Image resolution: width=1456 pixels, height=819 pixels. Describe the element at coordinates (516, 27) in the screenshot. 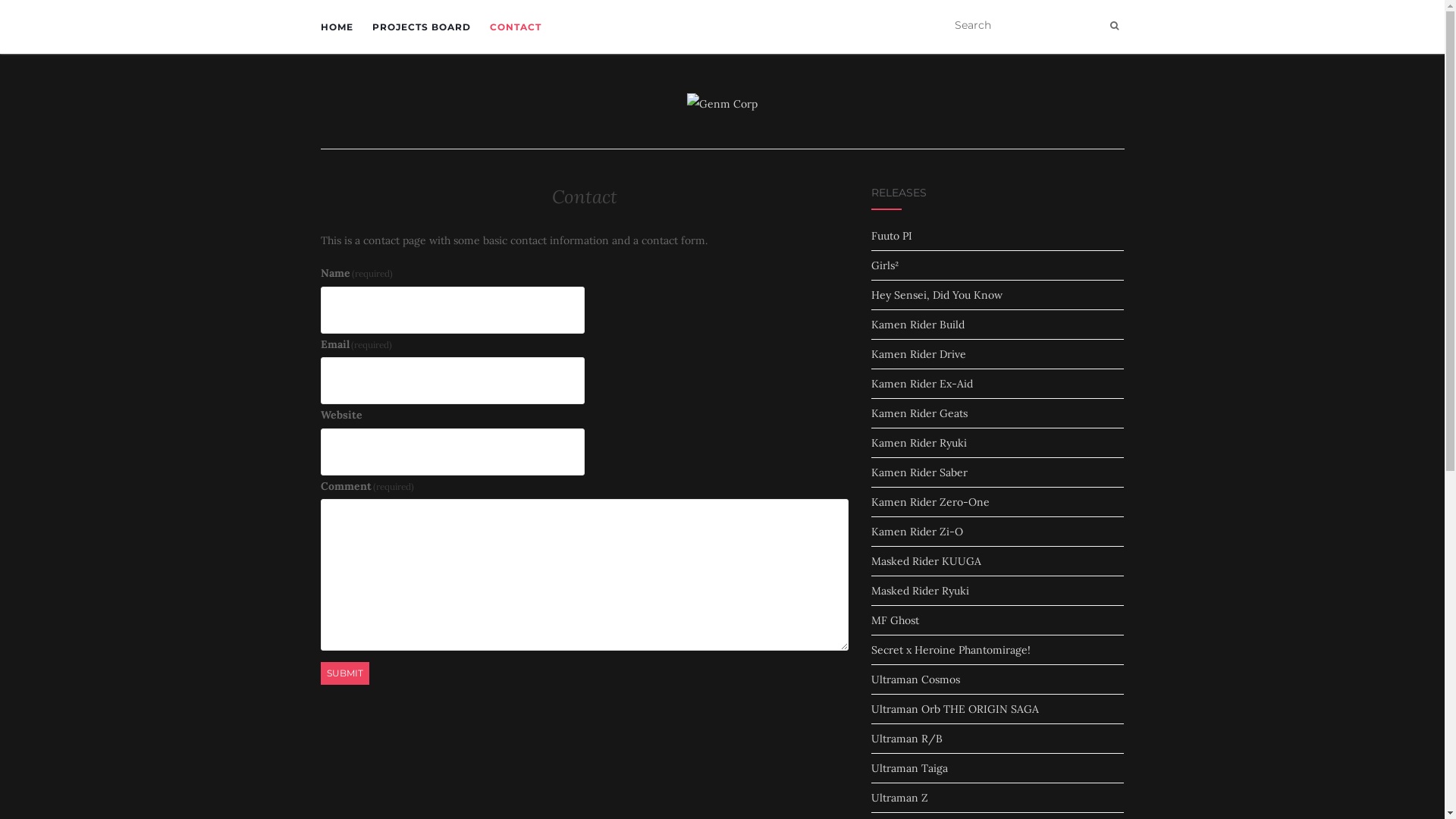

I see `'CONTACT'` at that location.